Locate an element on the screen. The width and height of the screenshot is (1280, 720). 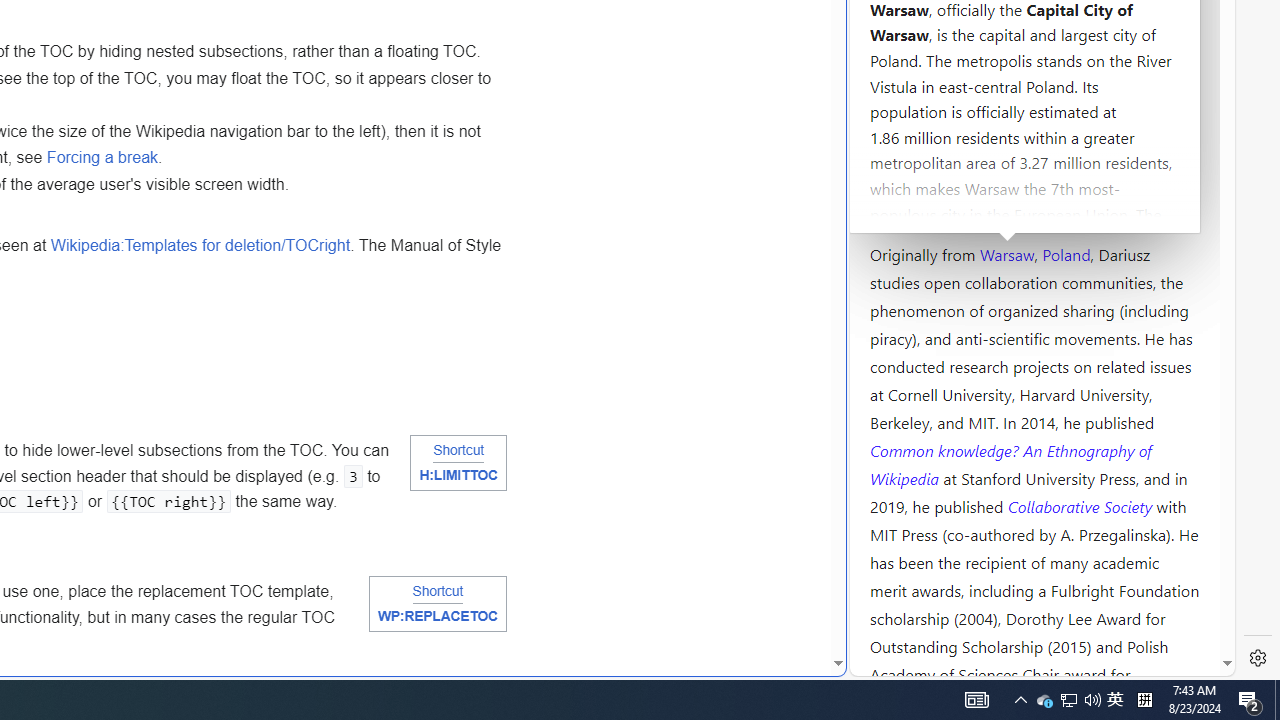
'H:LIMITTOC' is located at coordinates (457, 476).